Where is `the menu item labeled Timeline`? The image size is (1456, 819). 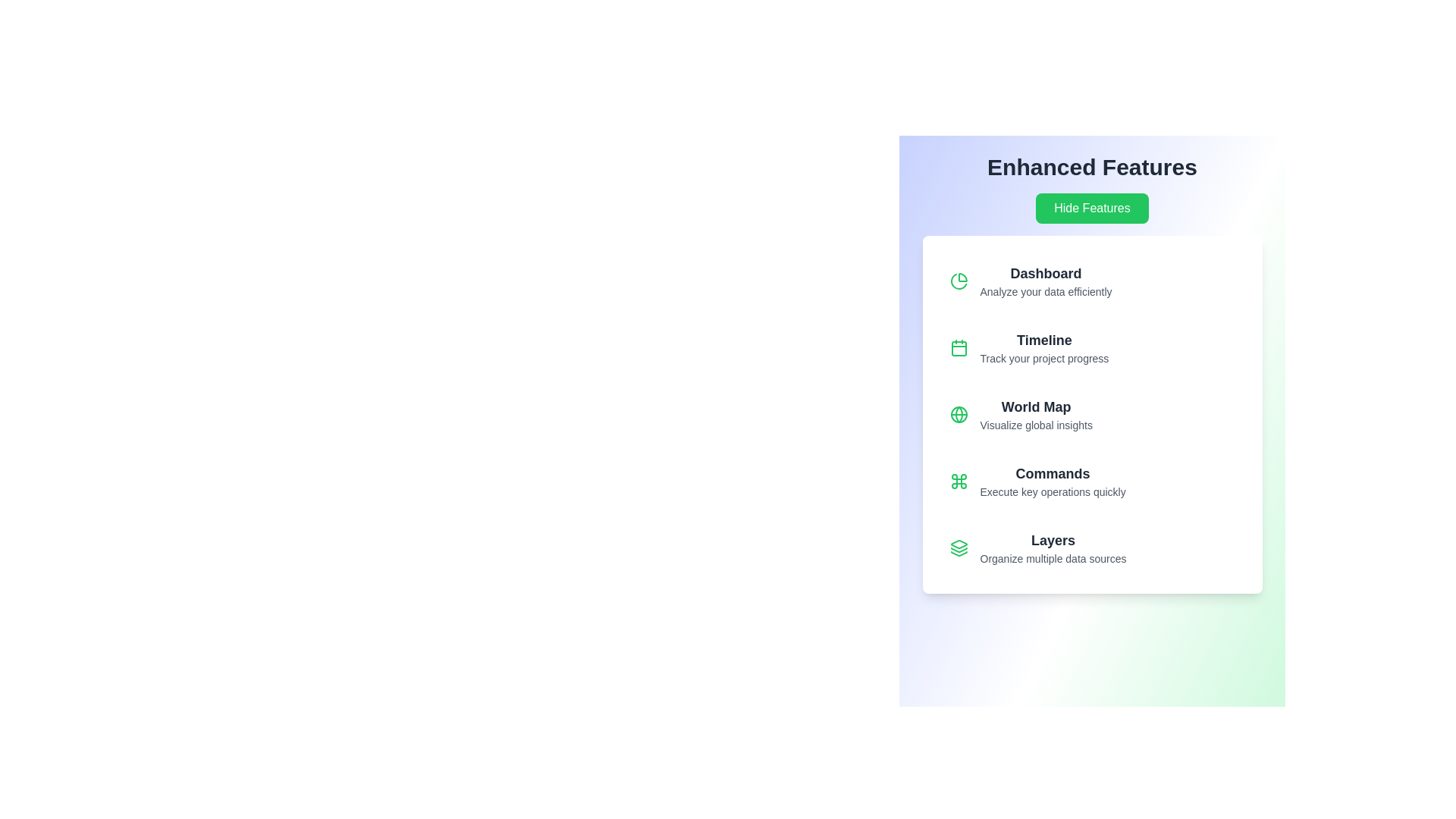
the menu item labeled Timeline is located at coordinates (1092, 348).